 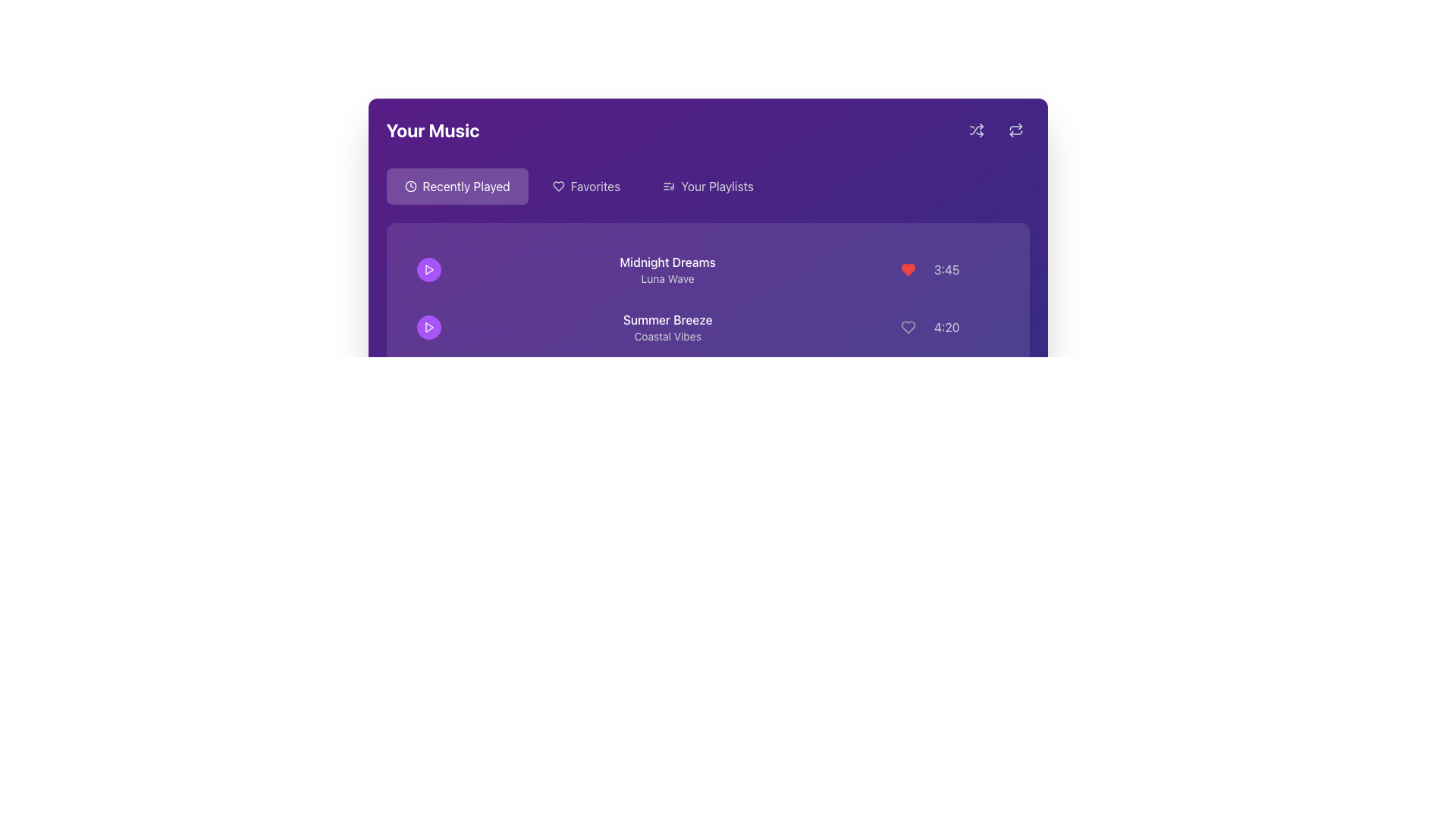 What do you see at coordinates (976, 130) in the screenshot?
I see `the shuffle button located in the top-right corner of the header area, identified by its icon of two crossed arrows and a circular background` at bounding box center [976, 130].